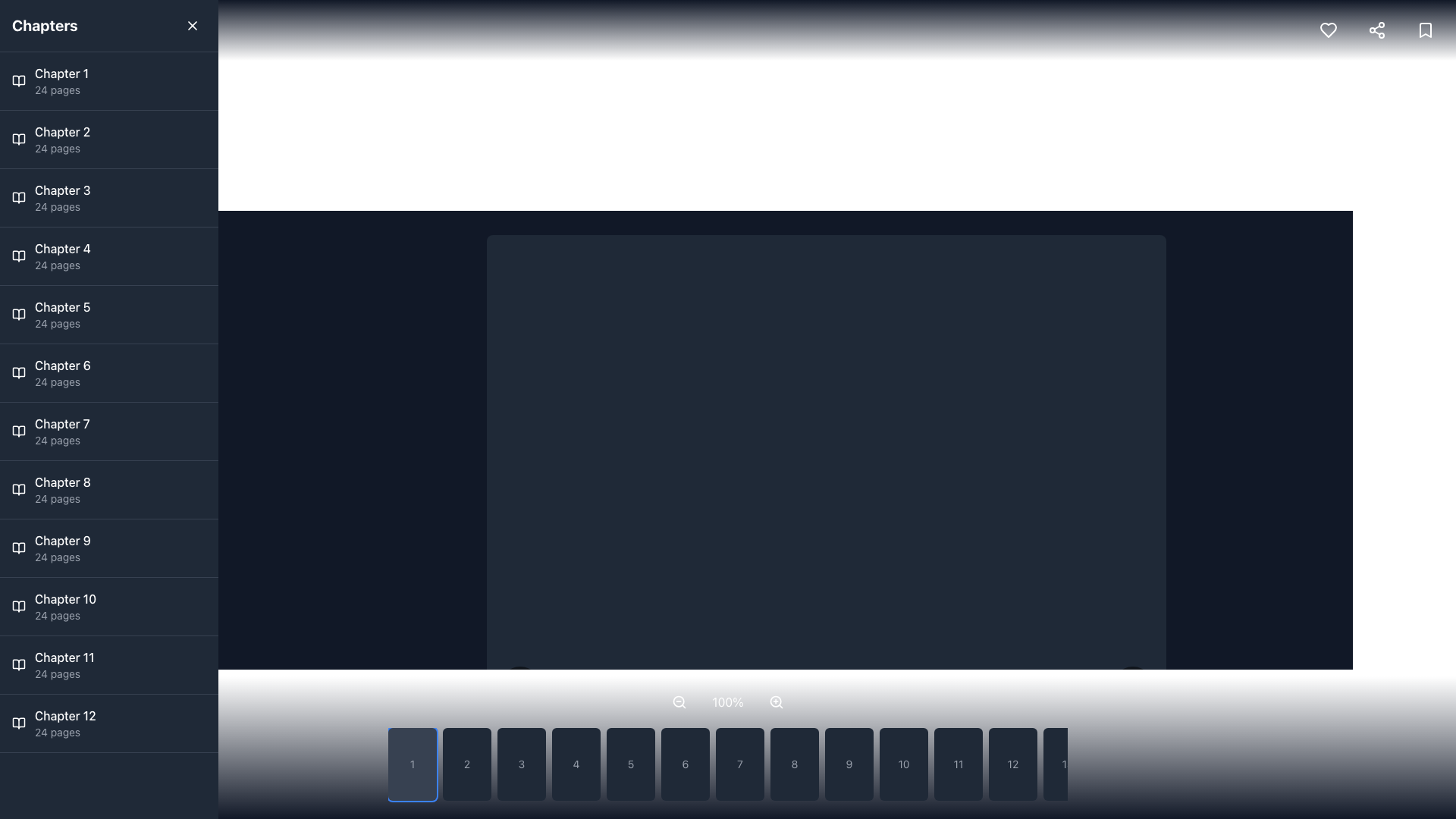 The height and width of the screenshot is (819, 1456). I want to click on the open book icon located in the left sidebar's list of chapters, so click(18, 722).